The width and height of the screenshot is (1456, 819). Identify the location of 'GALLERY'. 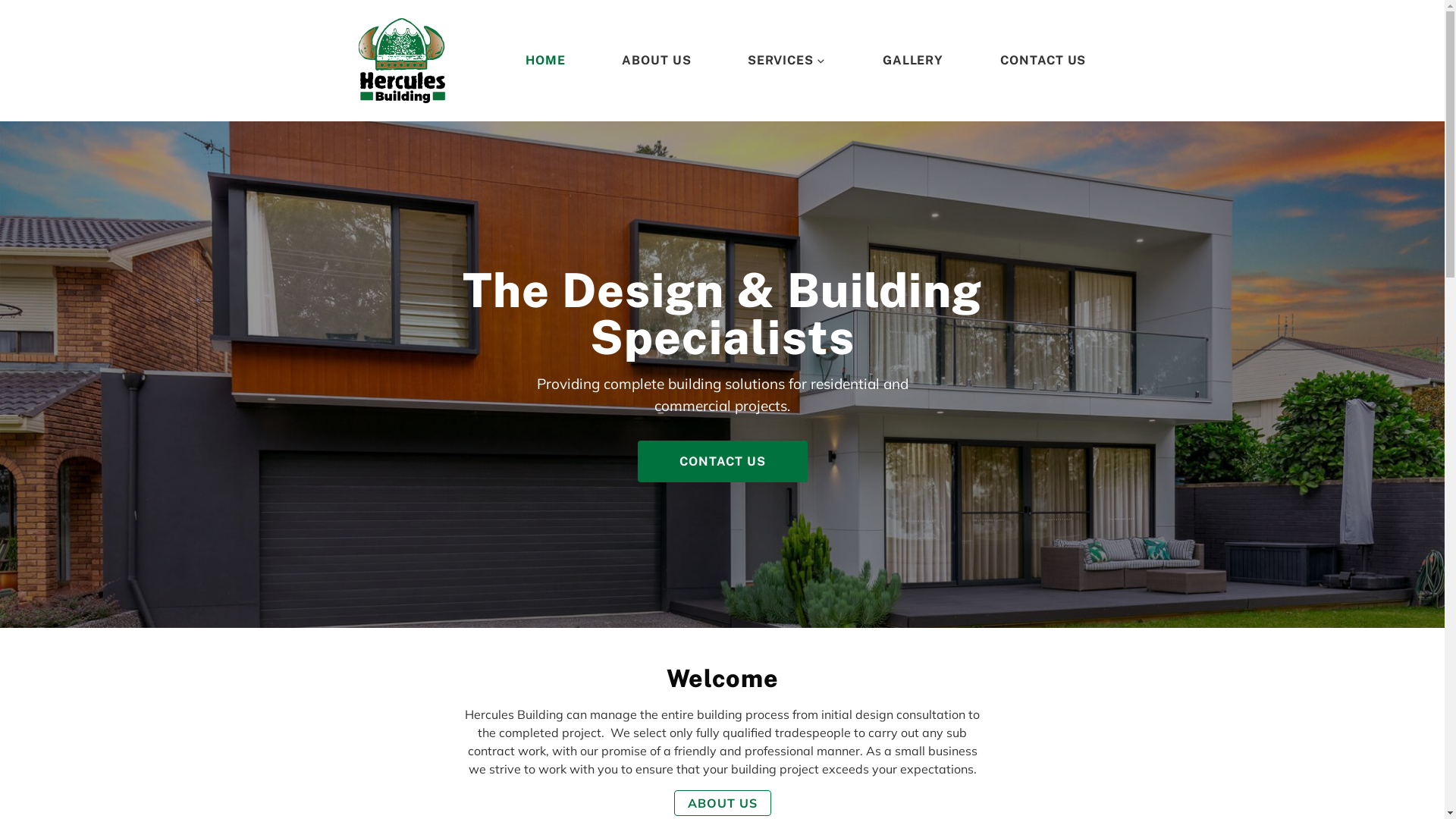
(912, 60).